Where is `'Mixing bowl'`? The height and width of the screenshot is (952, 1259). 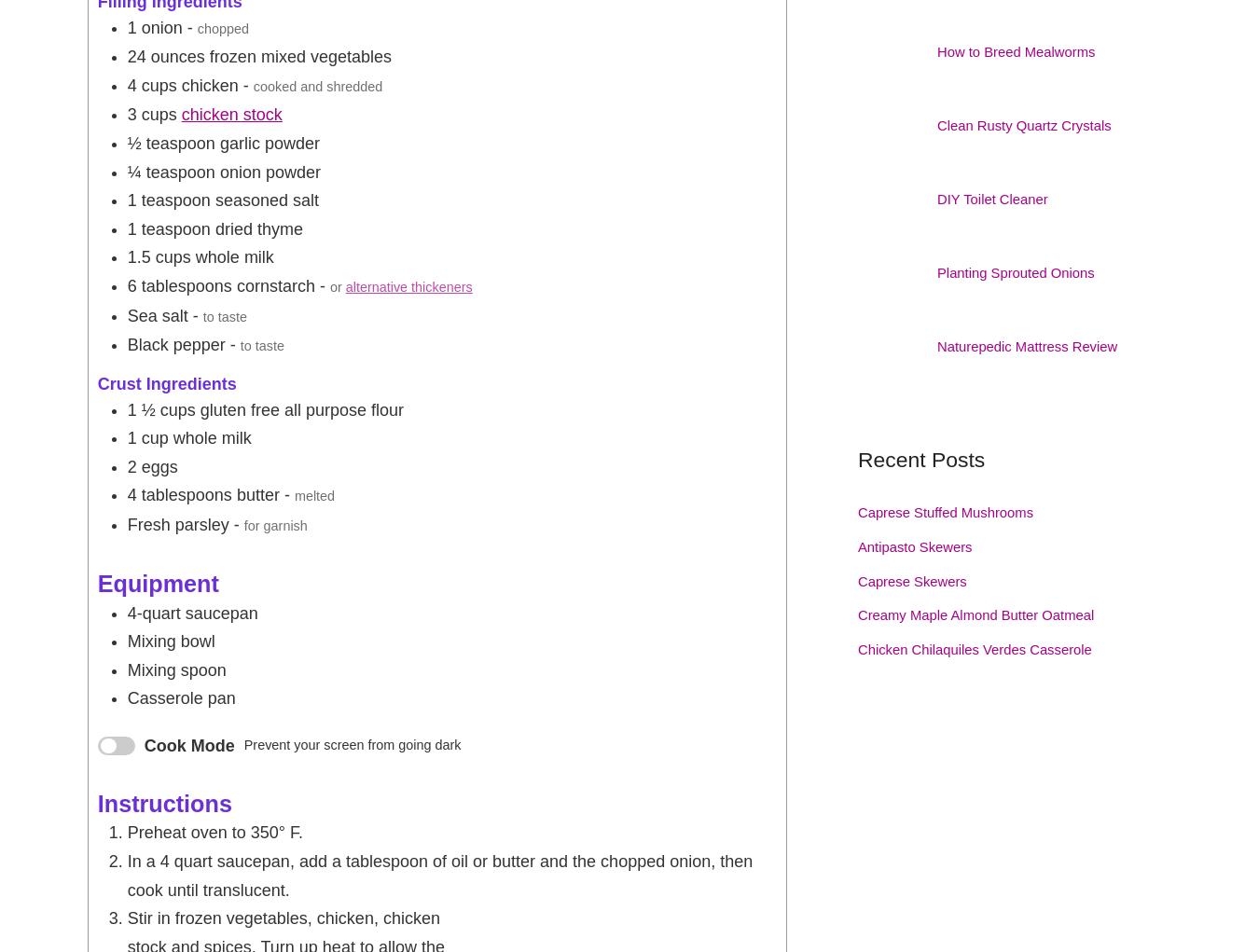 'Mixing bowl' is located at coordinates (171, 641).